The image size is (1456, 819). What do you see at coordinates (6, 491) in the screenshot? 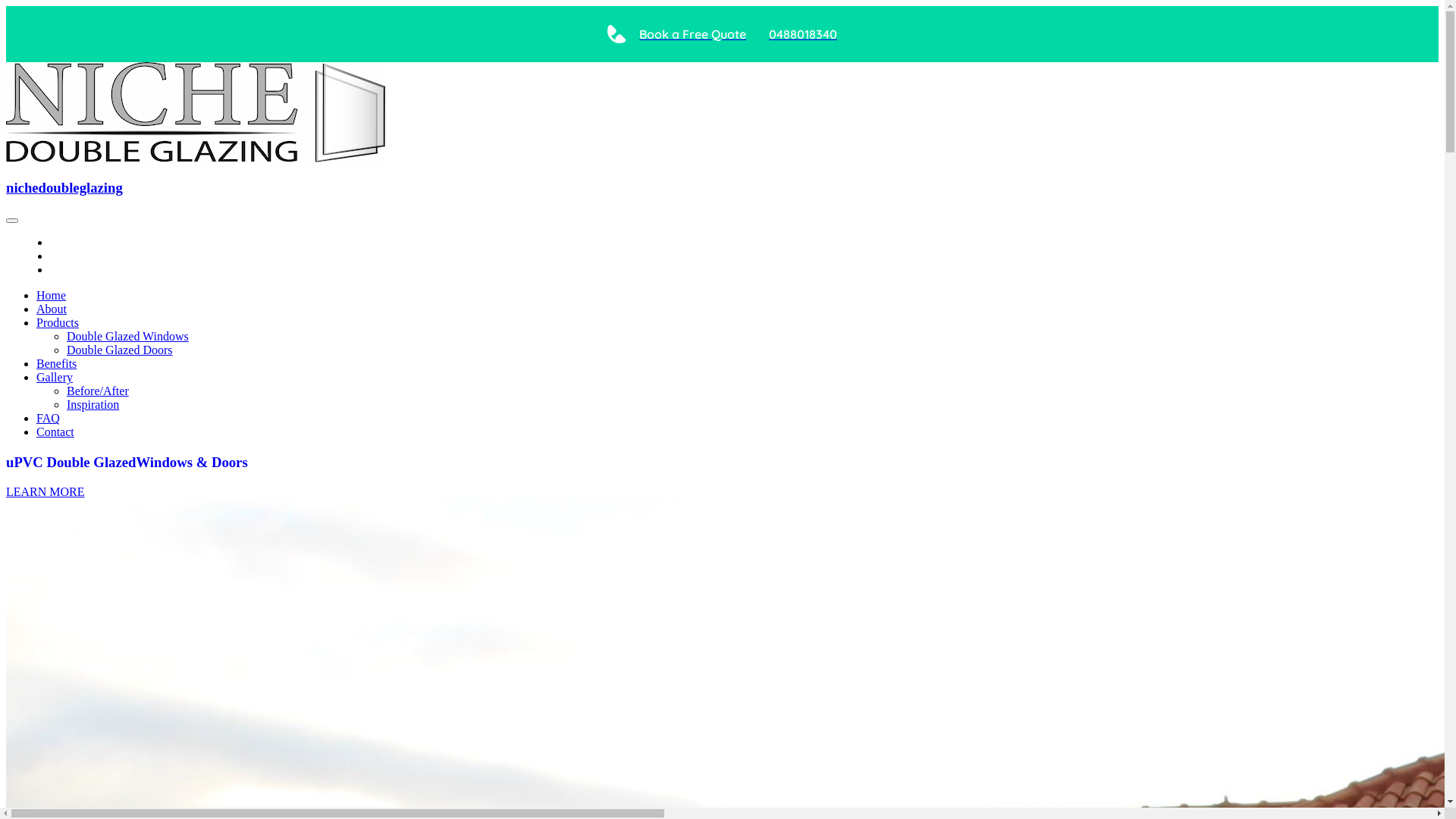
I see `'LEARN MORE'` at bounding box center [6, 491].